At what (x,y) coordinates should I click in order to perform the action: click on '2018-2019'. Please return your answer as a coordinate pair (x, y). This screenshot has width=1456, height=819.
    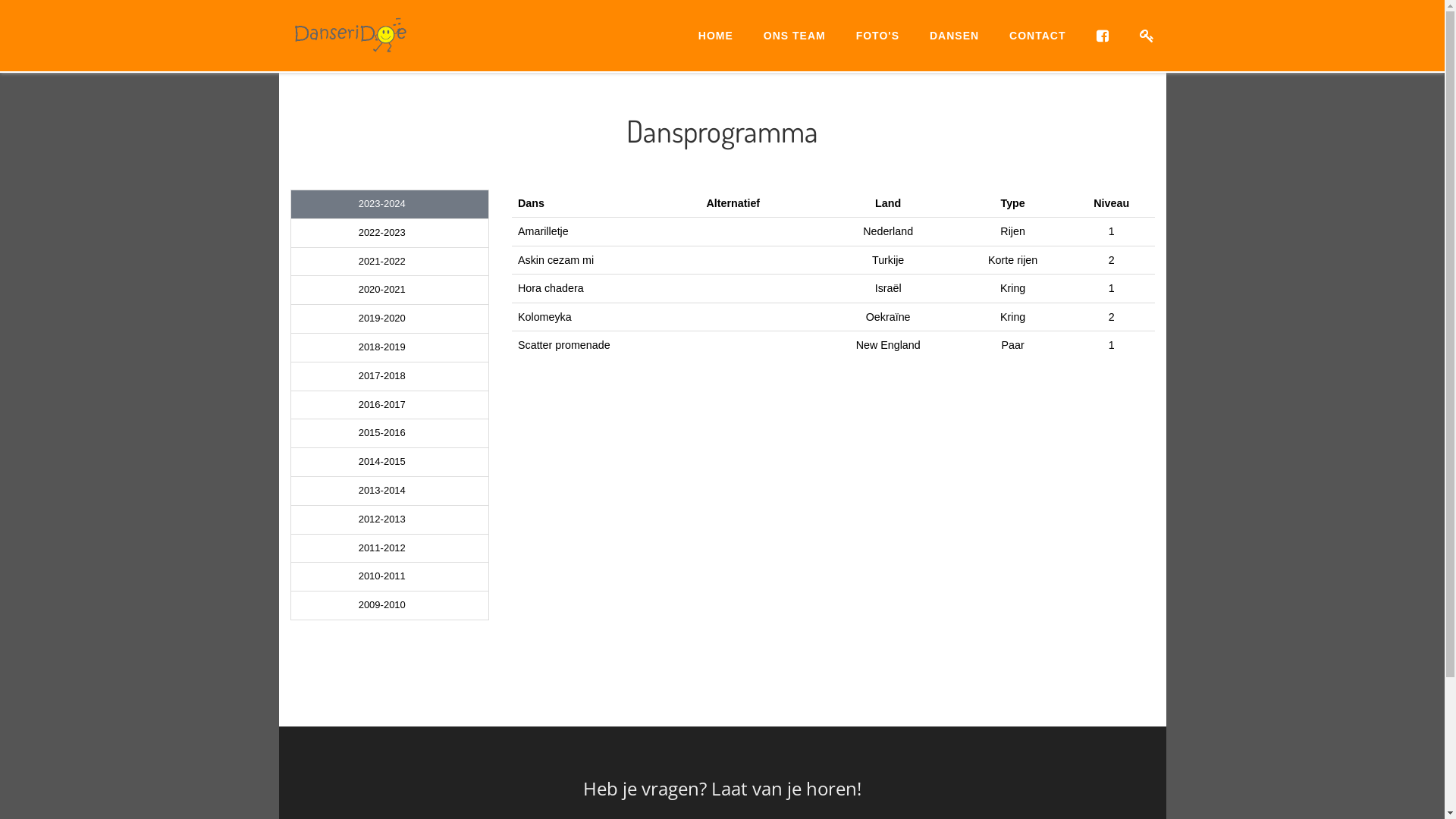
    Looking at the image, I should click on (390, 347).